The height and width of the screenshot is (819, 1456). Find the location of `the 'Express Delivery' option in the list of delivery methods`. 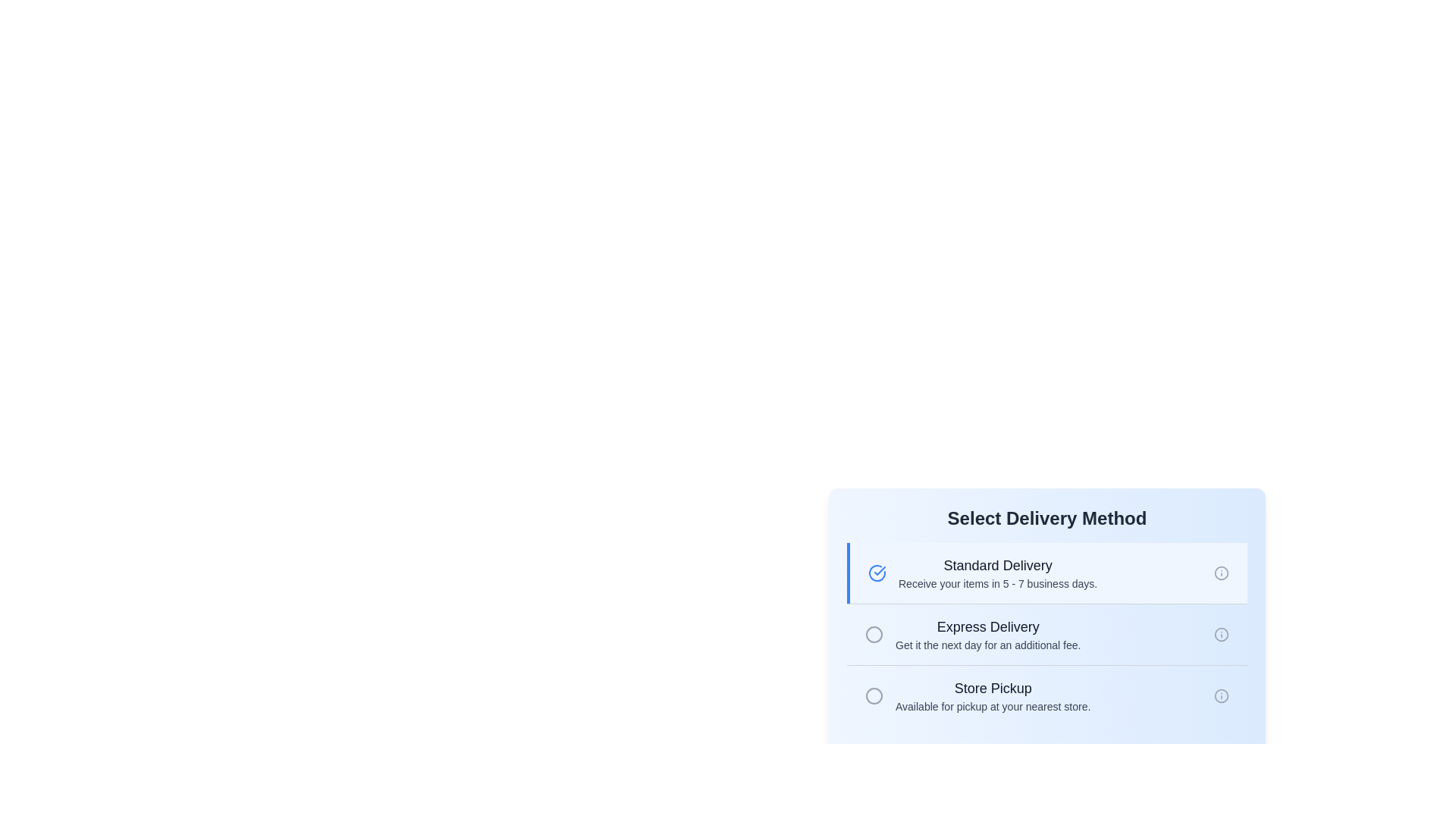

the 'Express Delivery' option in the list of delivery methods is located at coordinates (973, 635).